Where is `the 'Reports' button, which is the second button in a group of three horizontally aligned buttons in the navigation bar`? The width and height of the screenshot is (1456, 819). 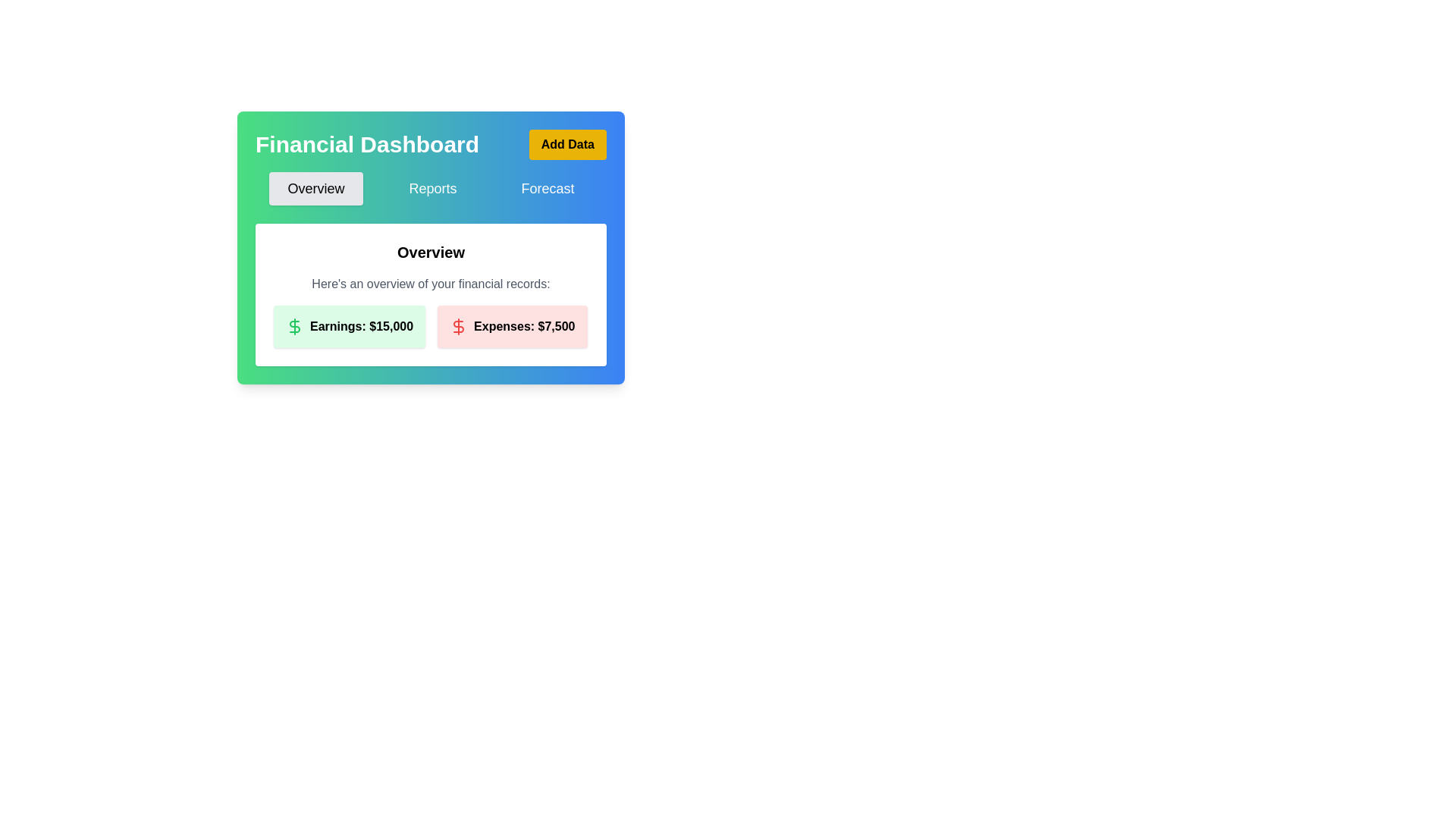 the 'Reports' button, which is the second button in a group of three horizontally aligned buttons in the navigation bar is located at coordinates (432, 188).